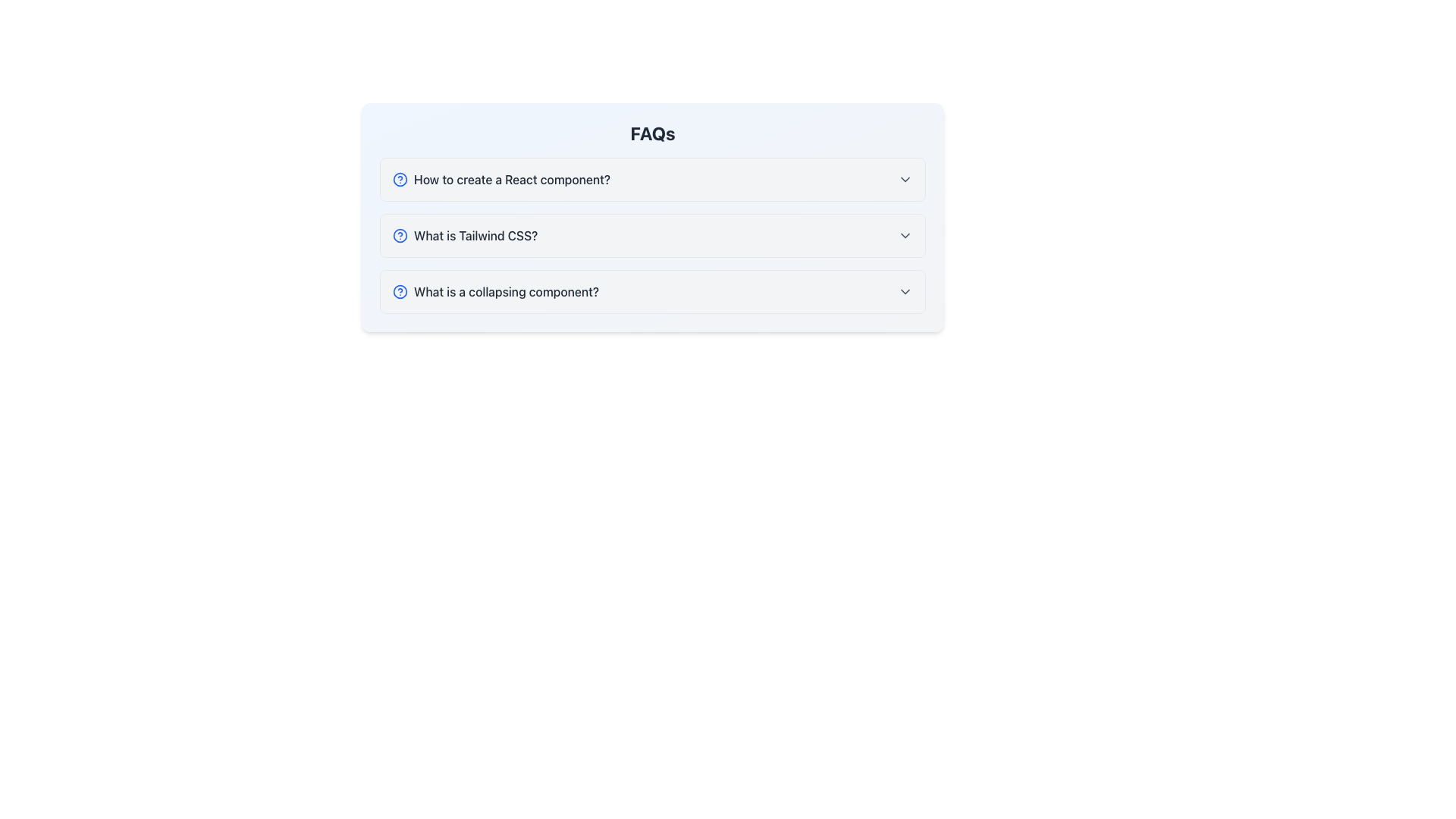 This screenshot has width=1456, height=819. Describe the element at coordinates (652, 236) in the screenshot. I see `the second Collapsible list item displaying the question 'What is Tailwind CSS?'` at that location.